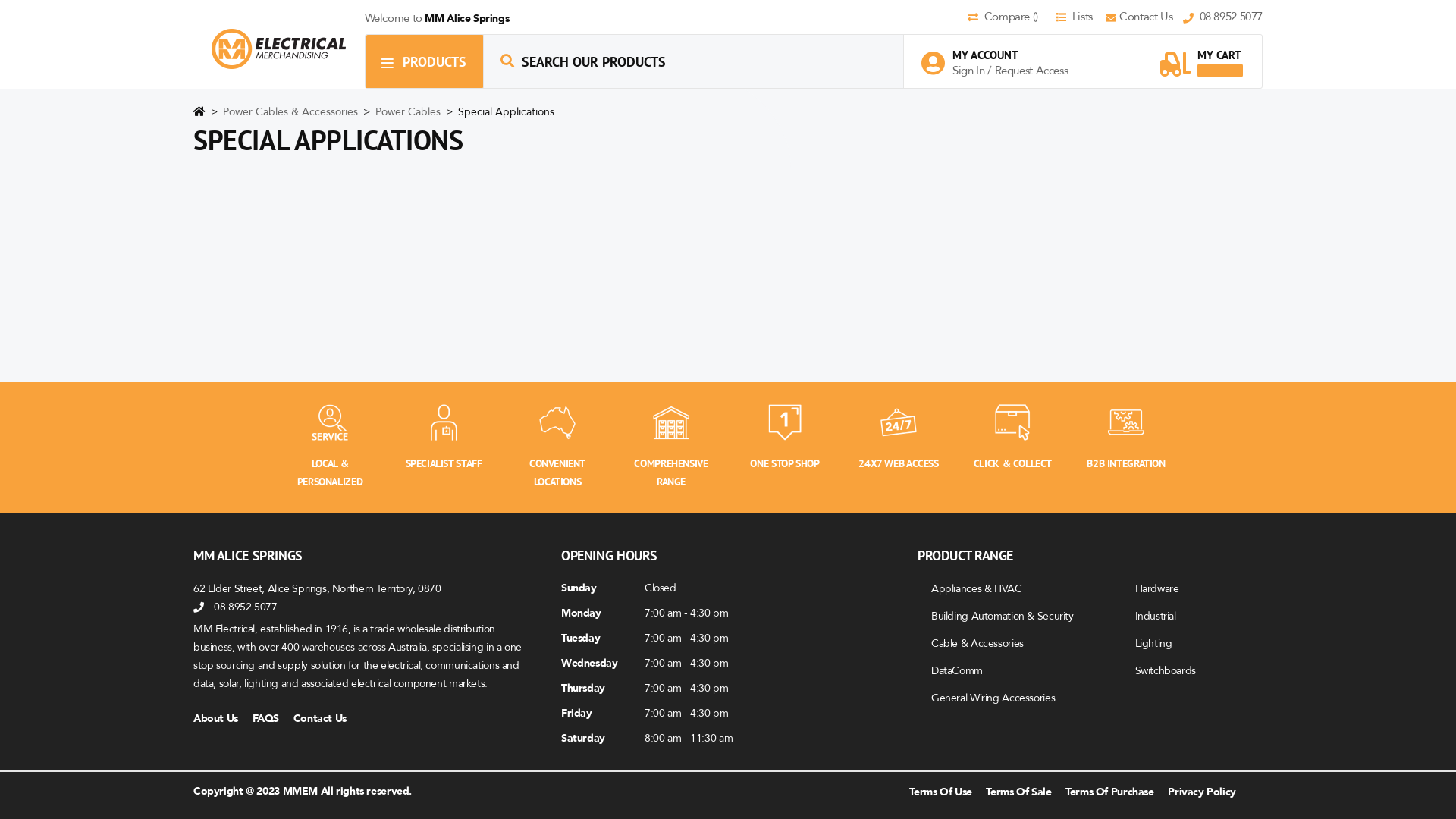  Describe the element at coordinates (1012, 421) in the screenshot. I see `'Click & Collect'` at that location.